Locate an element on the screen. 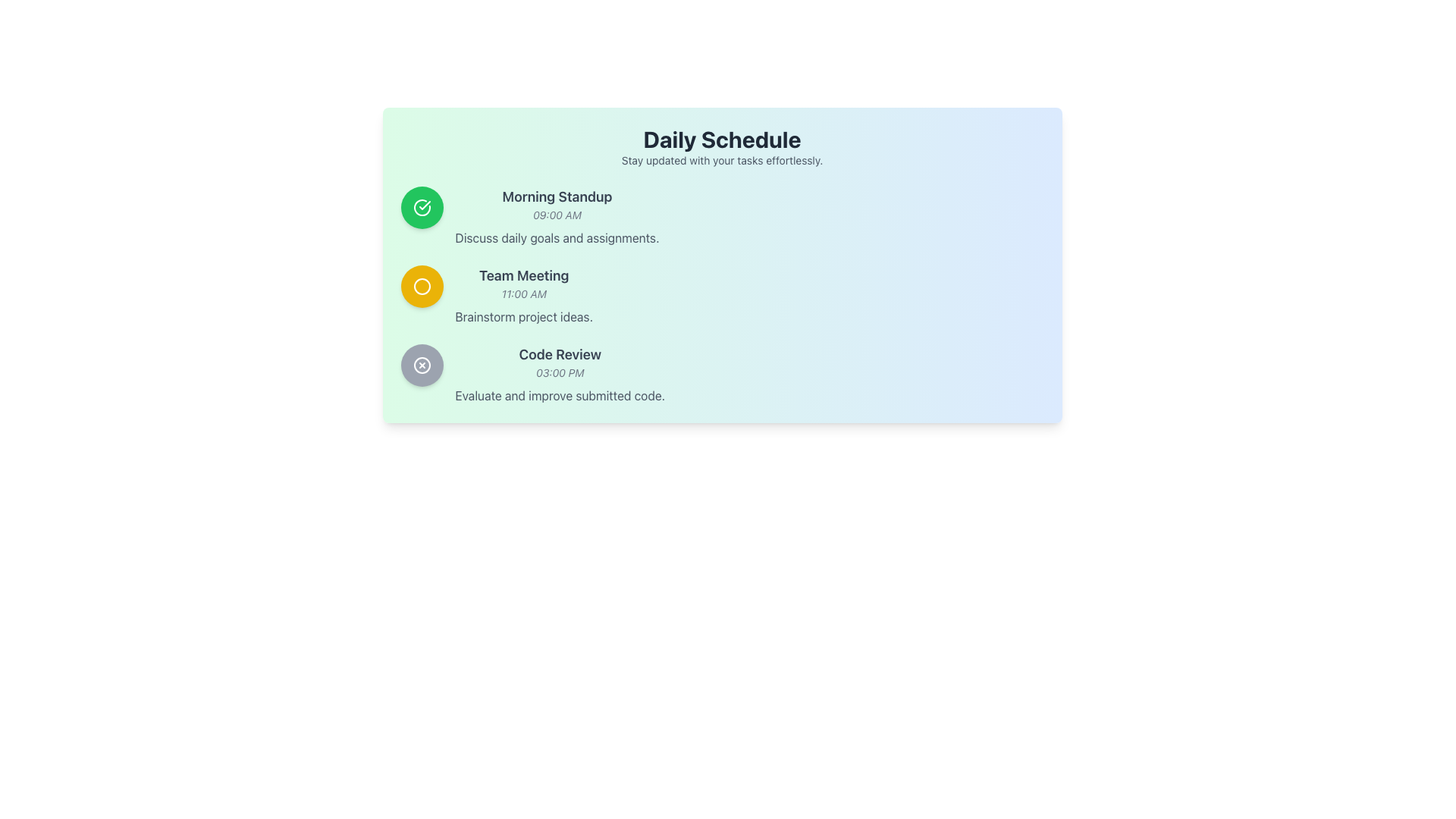  the 'Team Meeting' icon, which is the second circular icon in a vertical list on the left side of the card is located at coordinates (422, 287).